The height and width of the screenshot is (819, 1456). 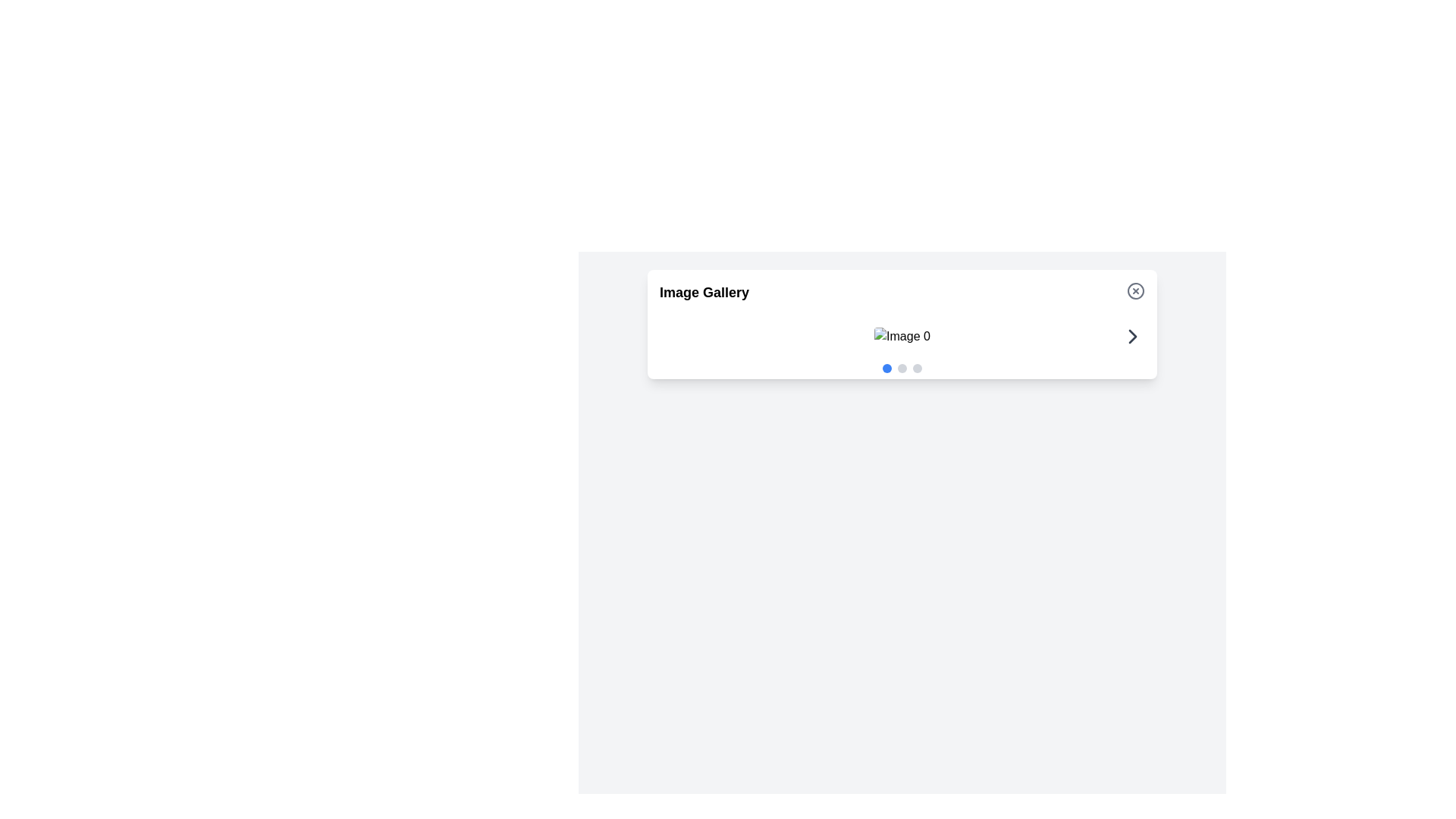 I want to click on the navigation button located towards the right edge of the image gallery, so click(x=1132, y=335).